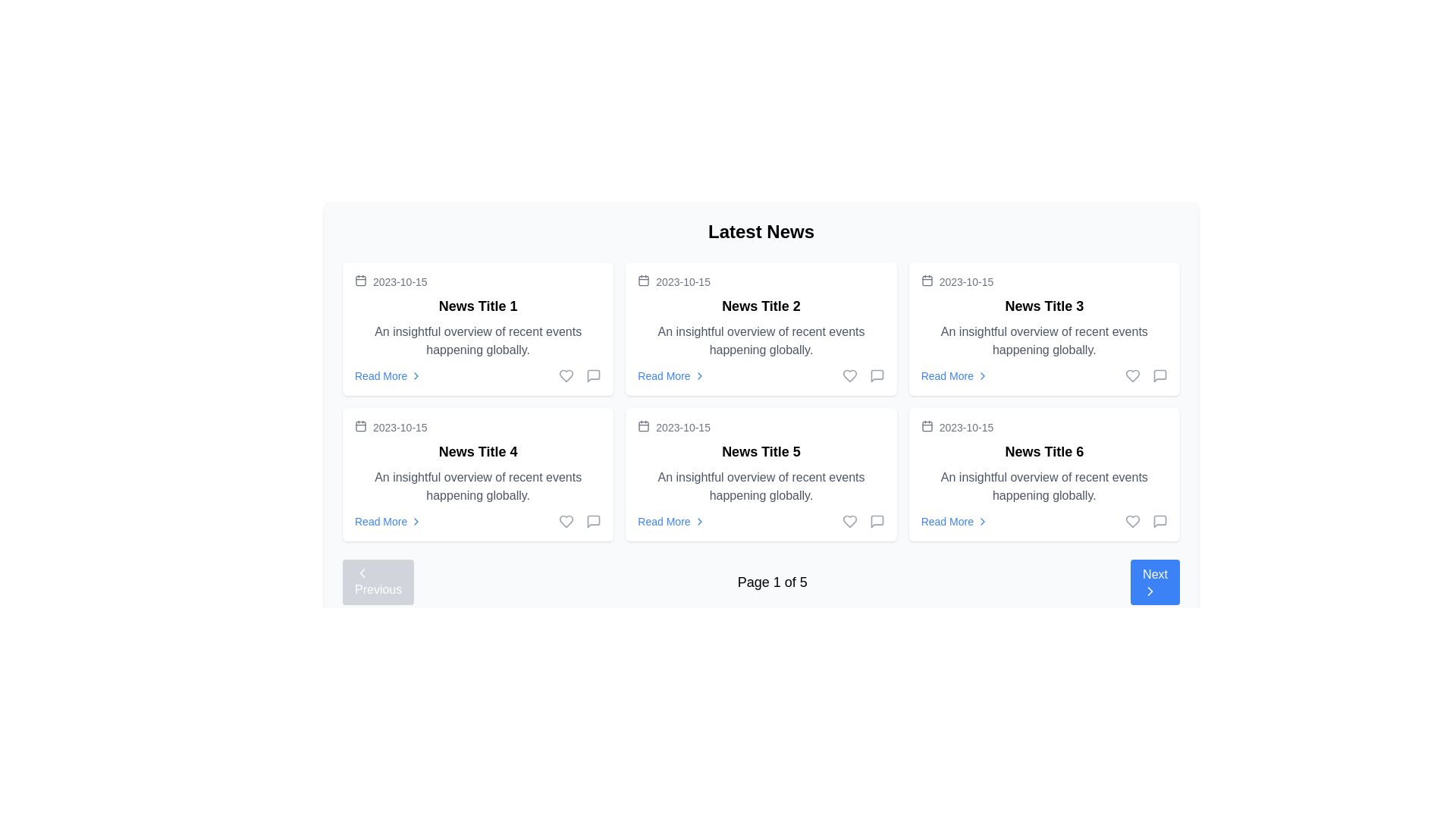 The width and height of the screenshot is (1456, 819). What do you see at coordinates (946, 520) in the screenshot?
I see `the 'Read More' text link` at bounding box center [946, 520].